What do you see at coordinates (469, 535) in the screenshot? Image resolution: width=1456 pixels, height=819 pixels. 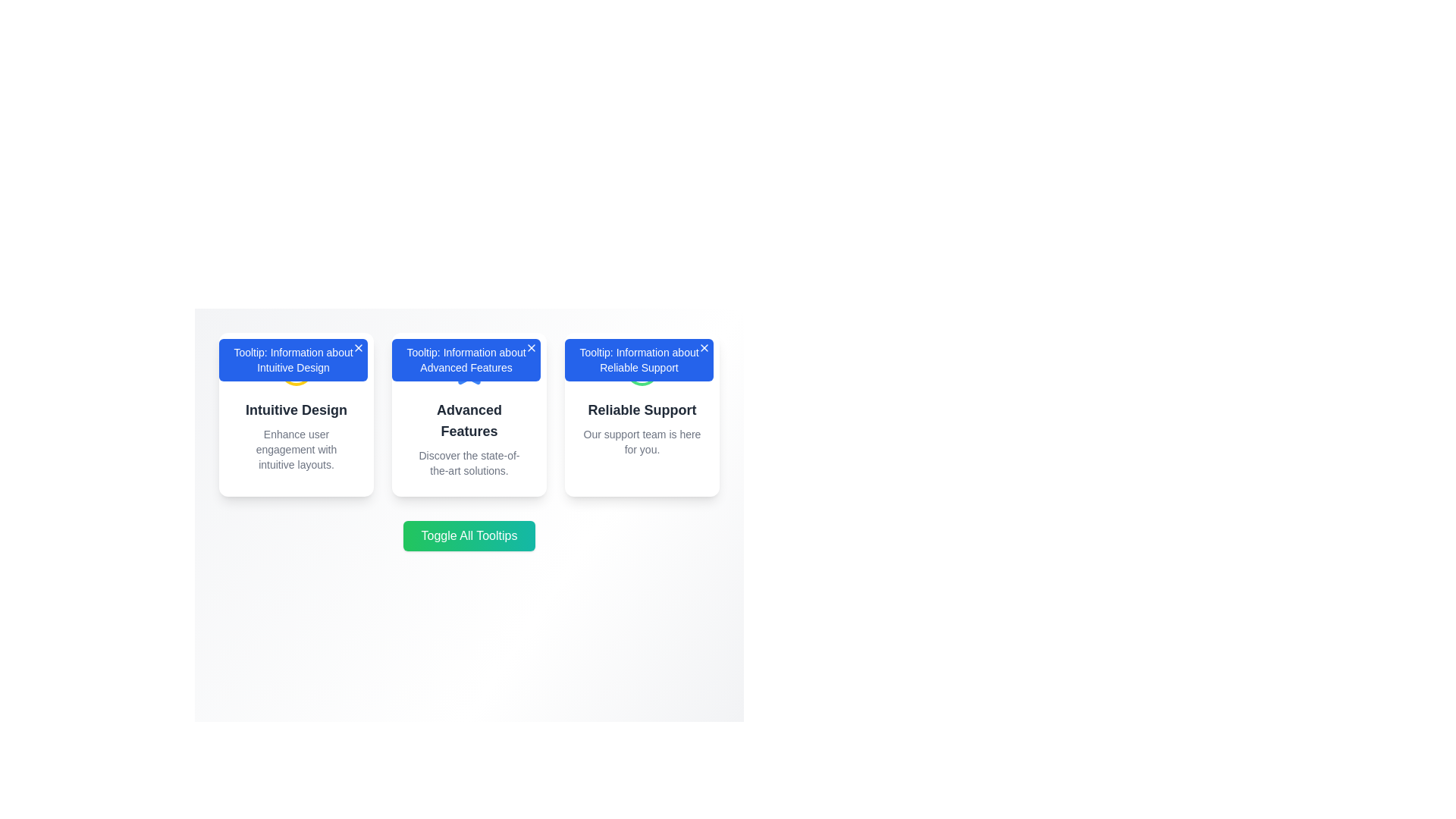 I see `the 'Toggle All Tooltips' button, which is a rectangular button with a gradient background from green to teal and white text, located below a row of three informational cards` at bounding box center [469, 535].